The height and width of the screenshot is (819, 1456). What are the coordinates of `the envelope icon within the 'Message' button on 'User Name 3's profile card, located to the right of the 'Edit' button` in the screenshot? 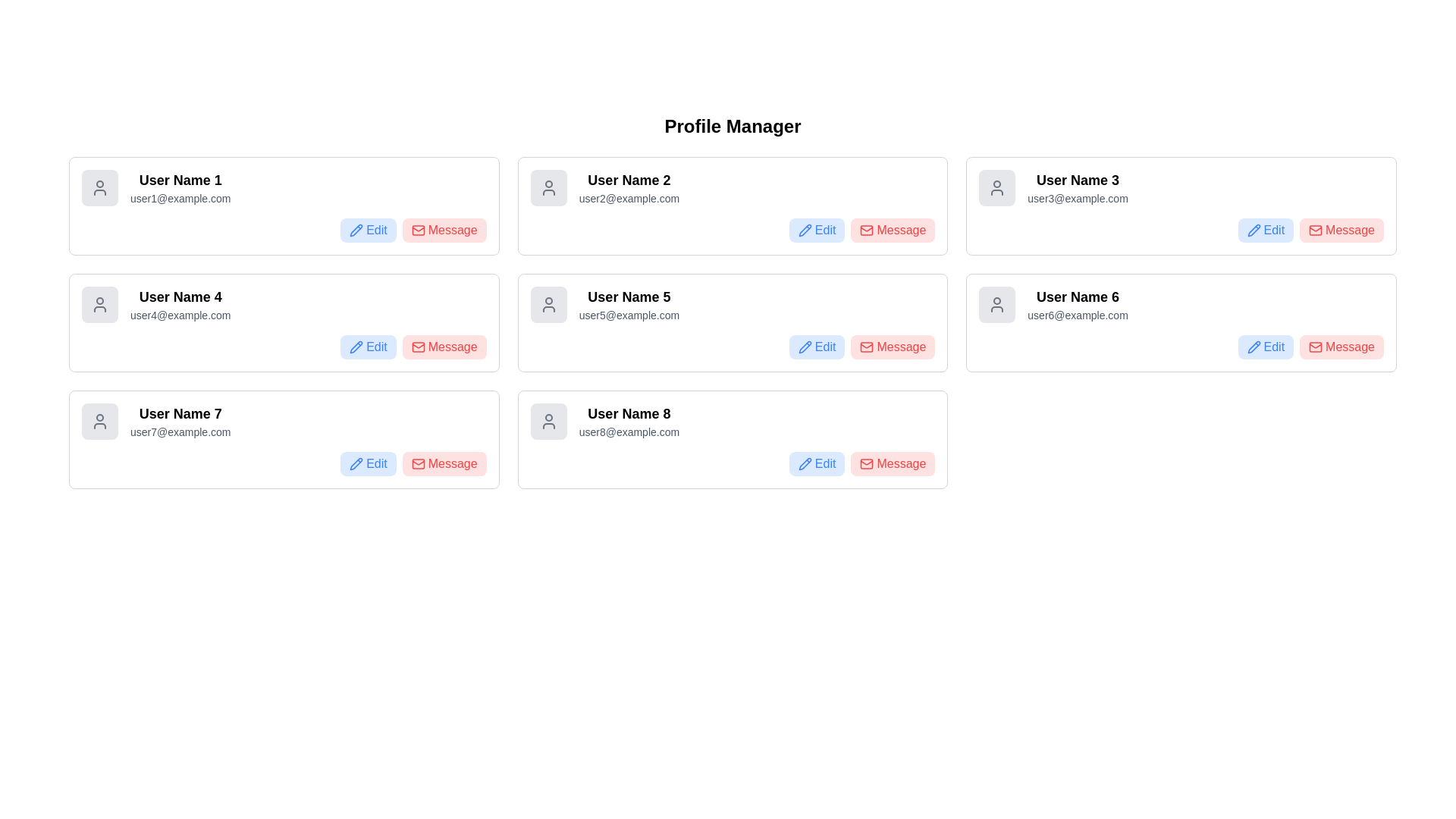 It's located at (1315, 231).